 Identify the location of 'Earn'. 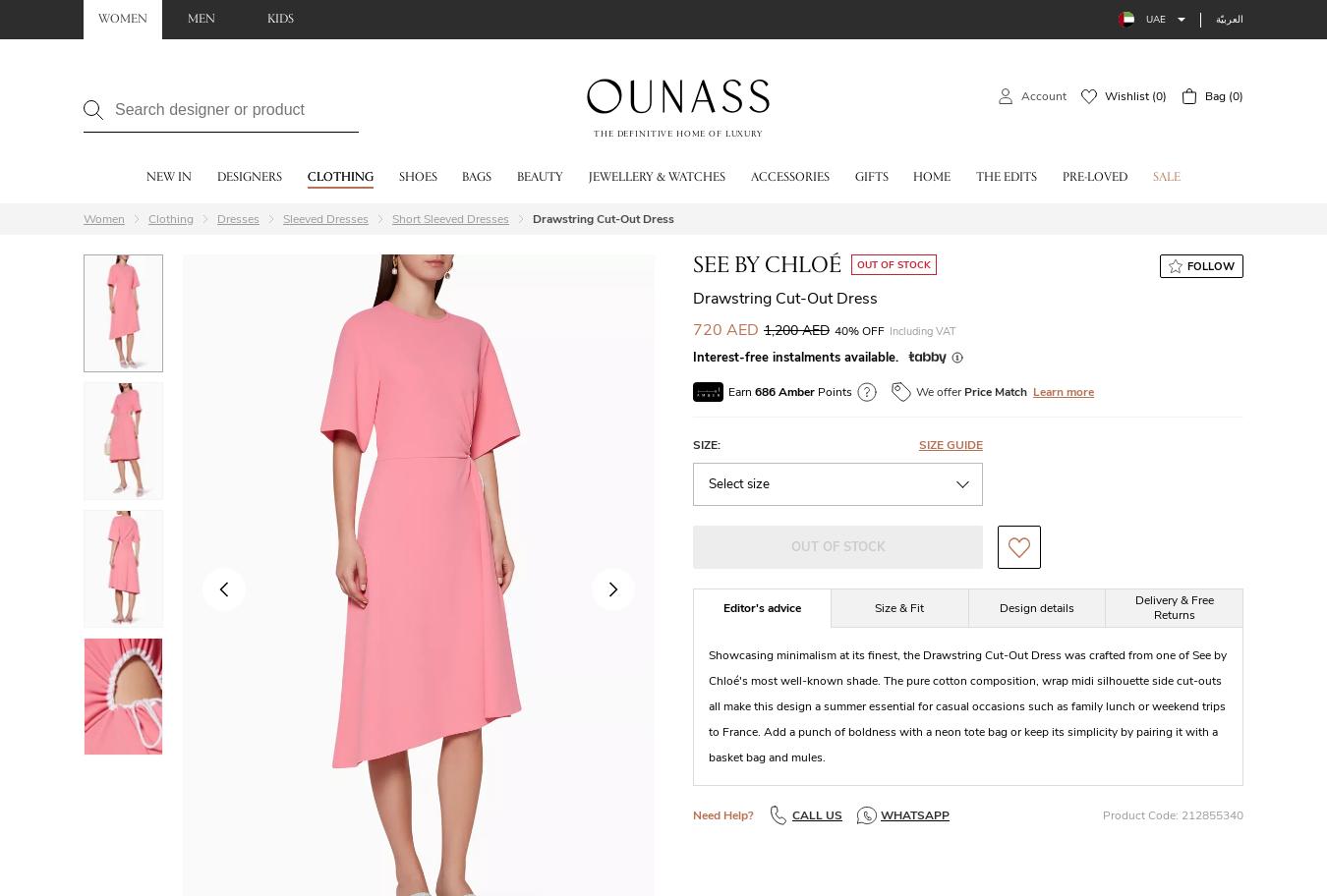
(740, 392).